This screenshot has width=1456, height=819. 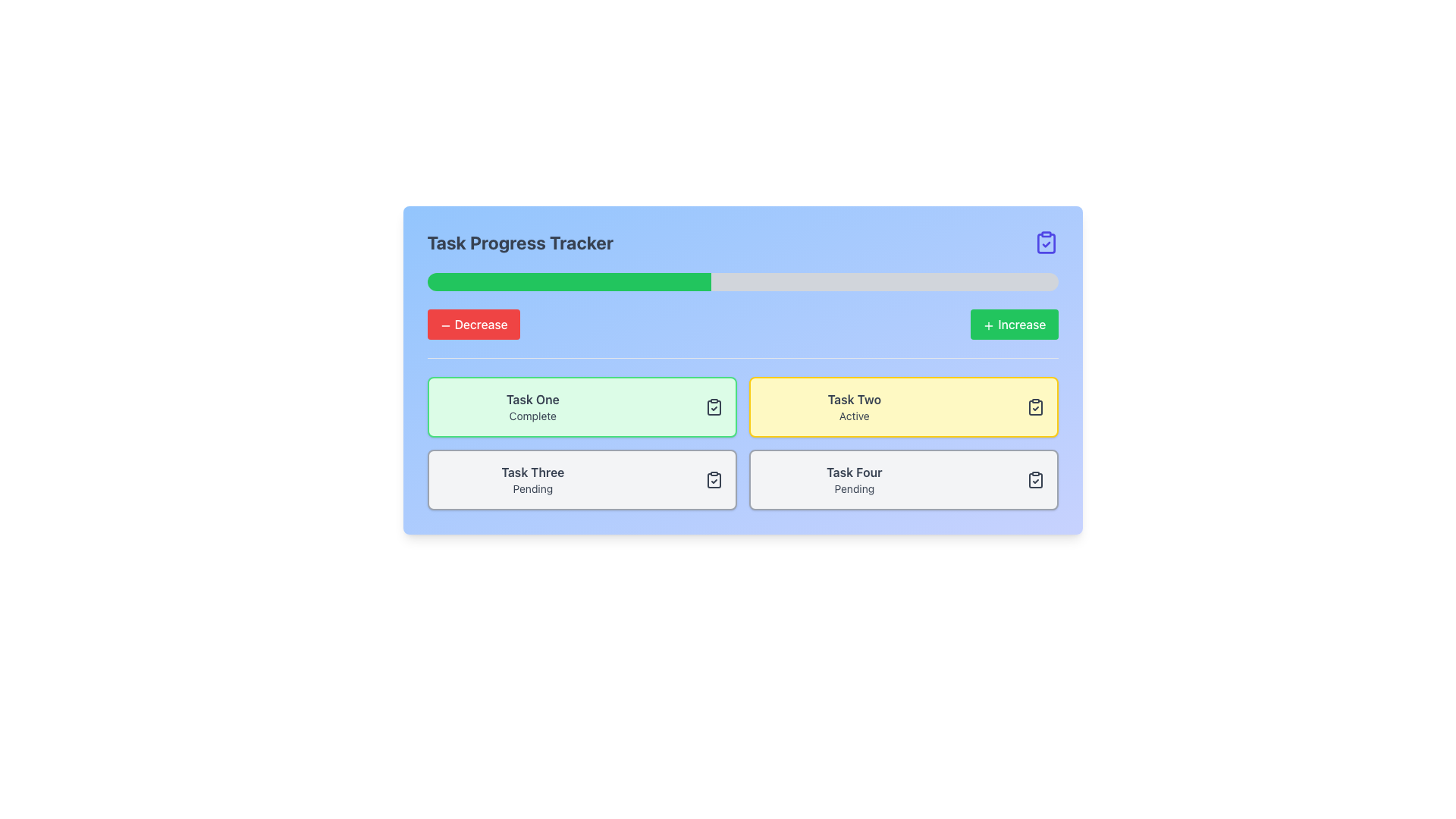 I want to click on the text label indicating the task title 'Task Two' with status 'Active', located in the yellow-highlighted task card in the task list grid, so click(x=854, y=406).